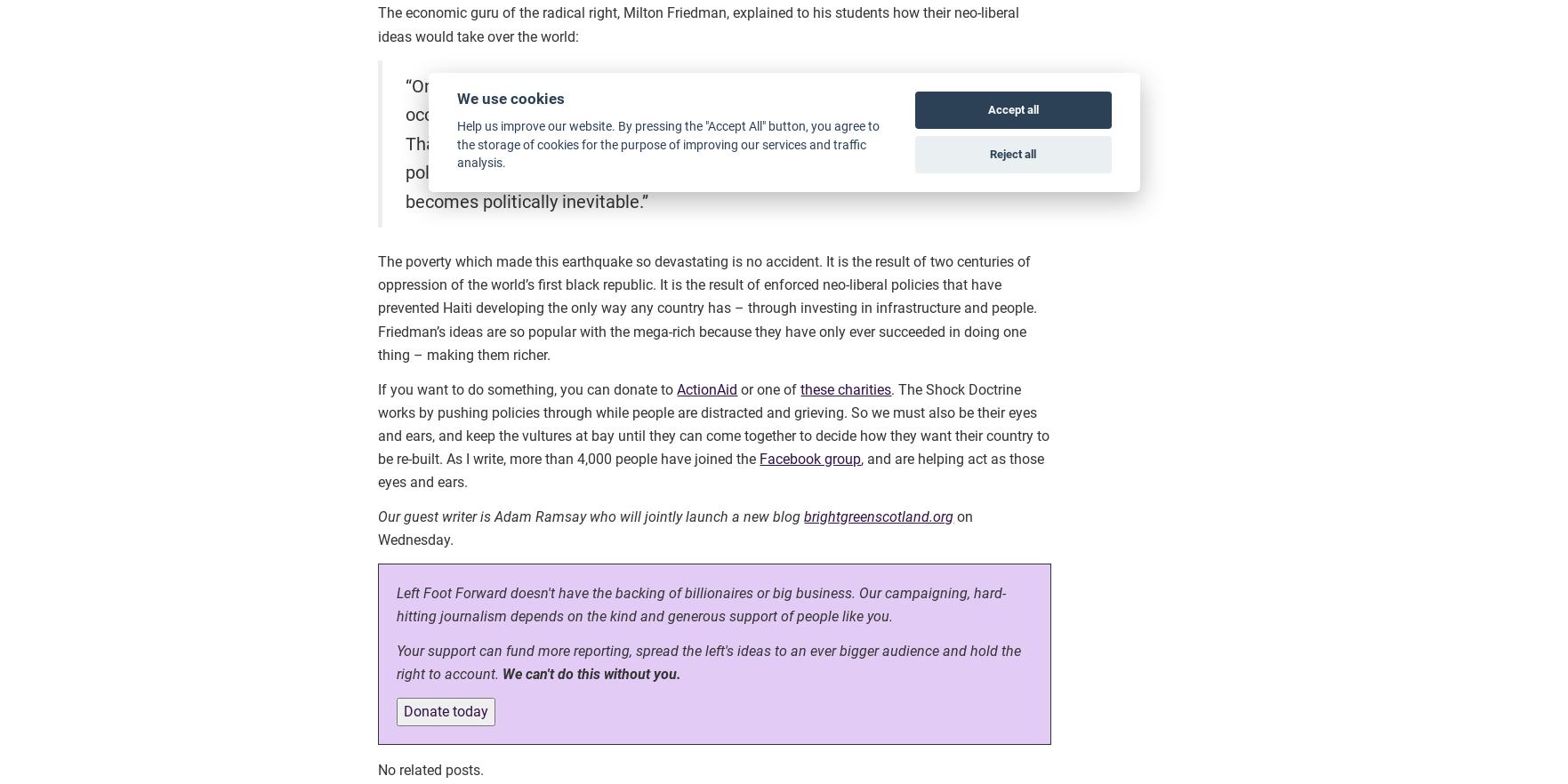 This screenshot has height=784, width=1568. Describe the element at coordinates (446, 710) in the screenshot. I see `'Donate today'` at that location.